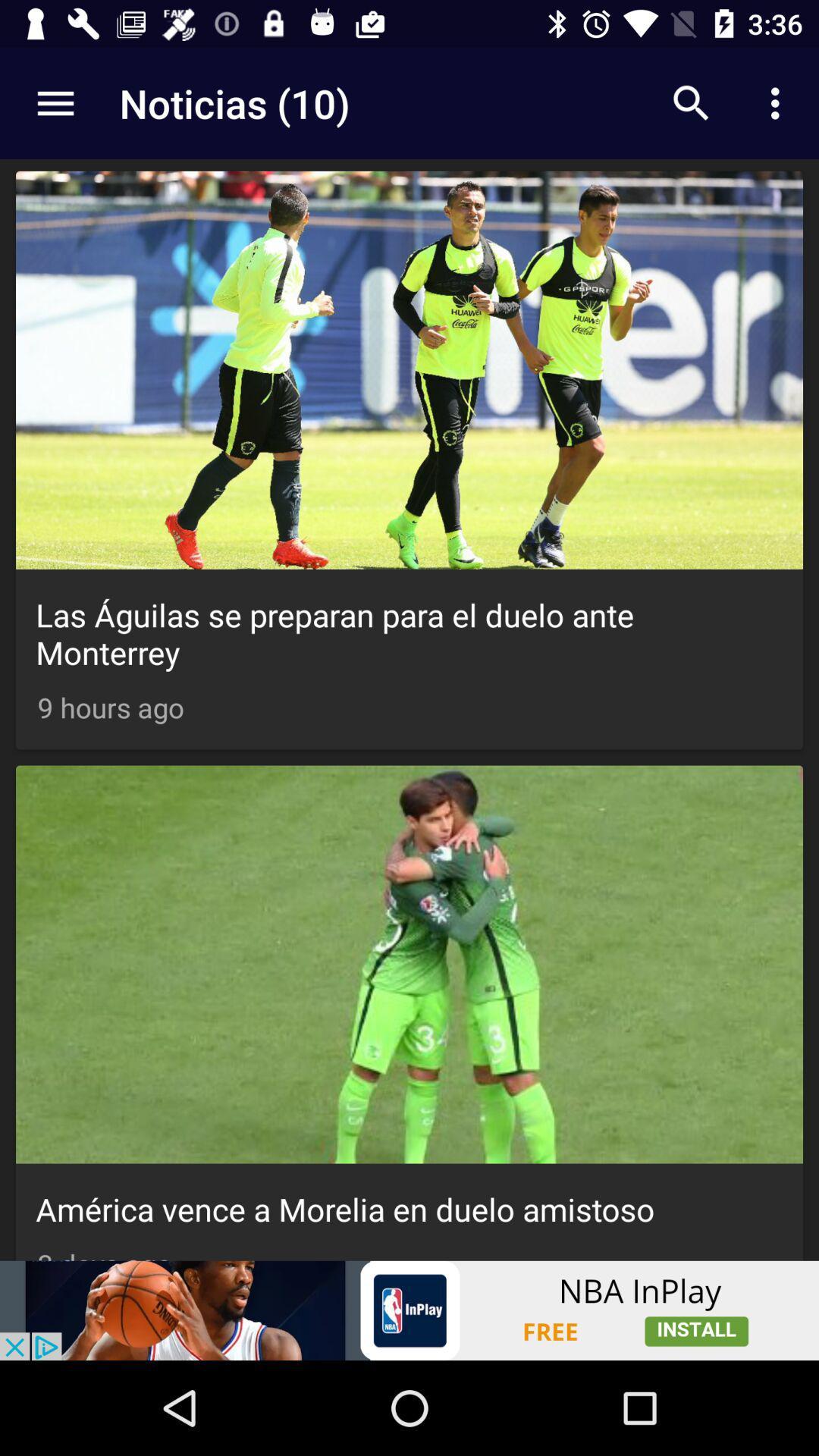 This screenshot has width=819, height=1456. I want to click on advertisement website, so click(409, 1310).